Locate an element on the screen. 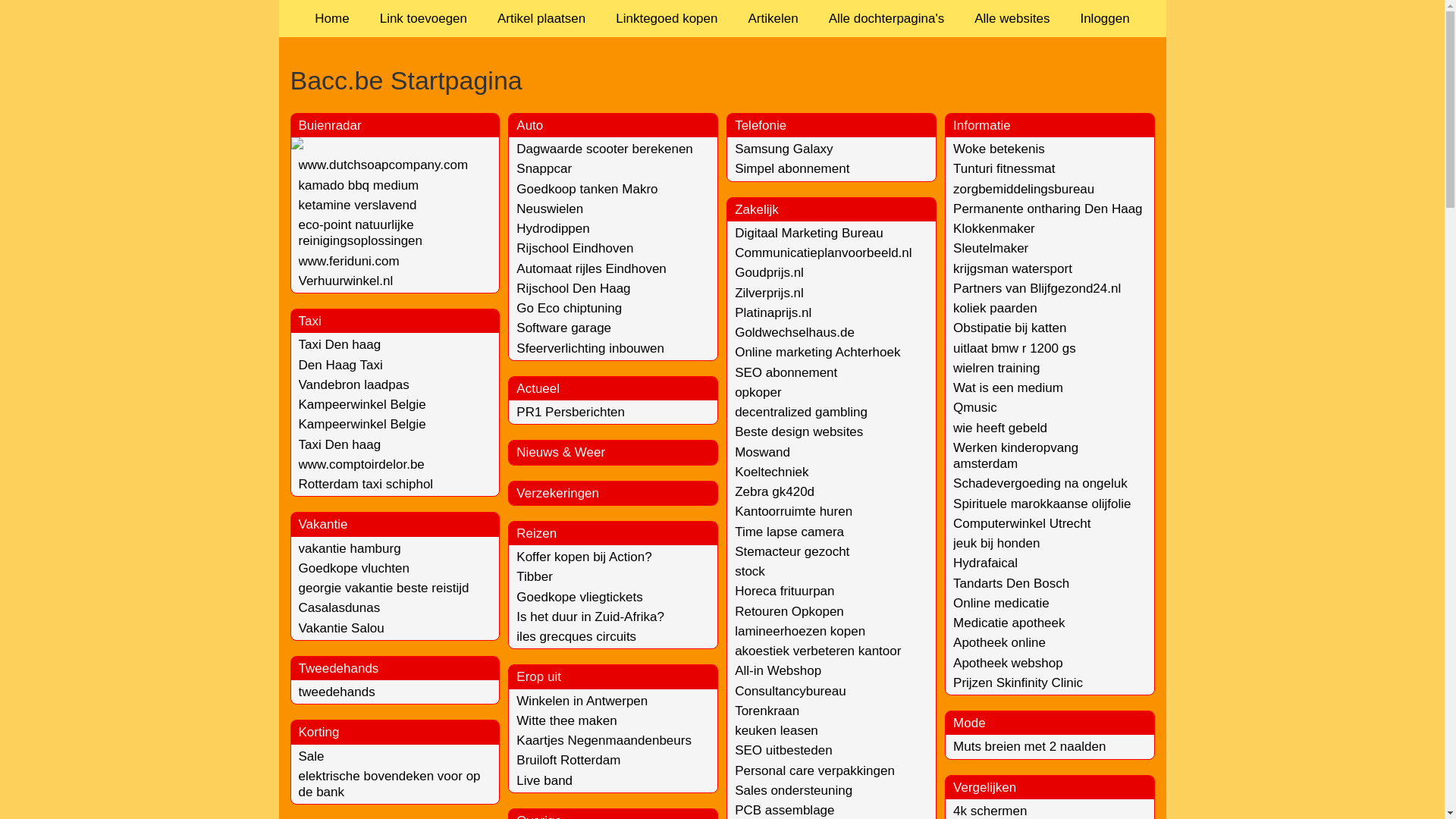 The image size is (1456, 819). 'ketamine verslavend' is located at coordinates (356, 205).